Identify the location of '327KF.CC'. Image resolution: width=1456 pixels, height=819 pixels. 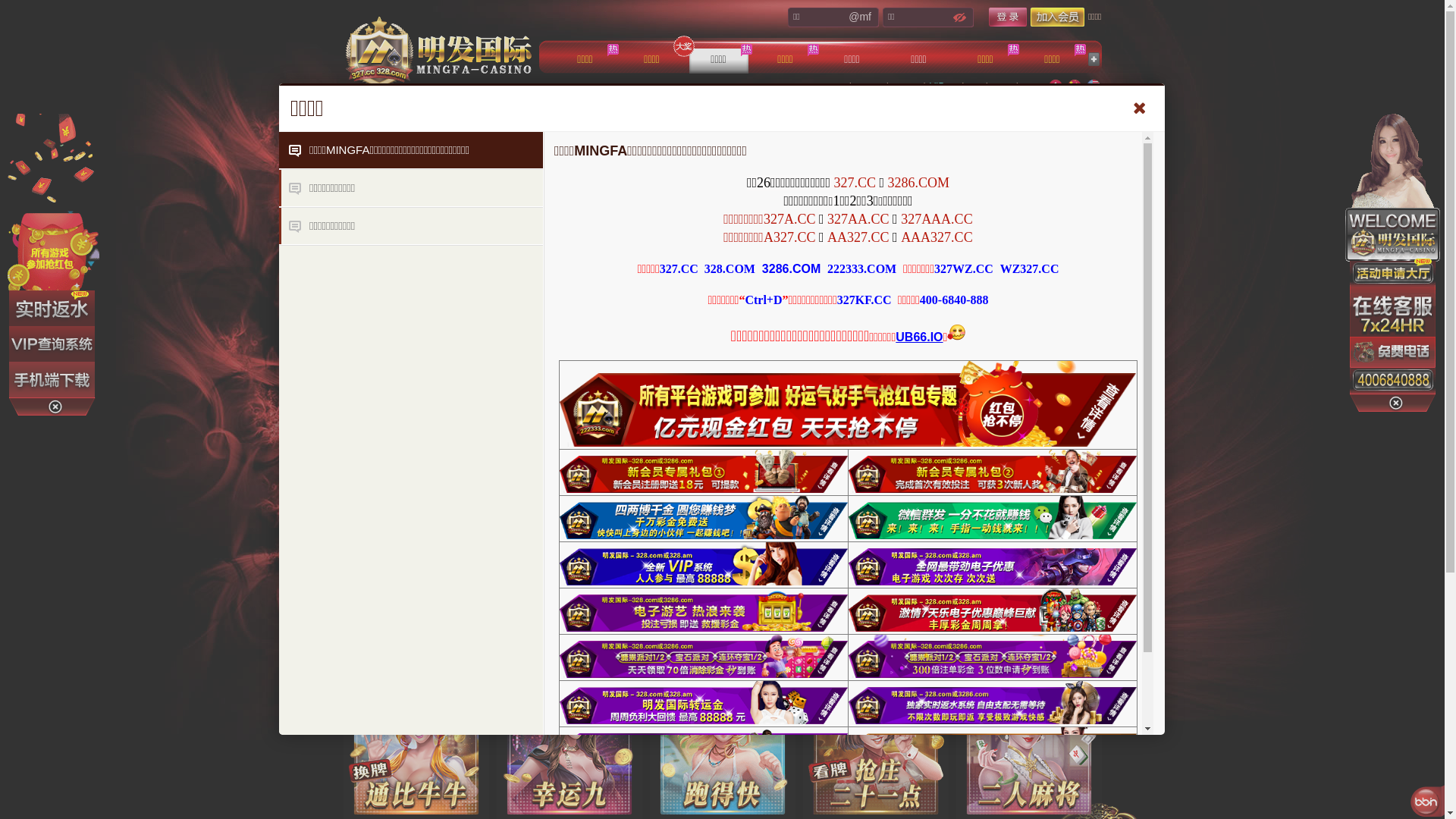
(864, 300).